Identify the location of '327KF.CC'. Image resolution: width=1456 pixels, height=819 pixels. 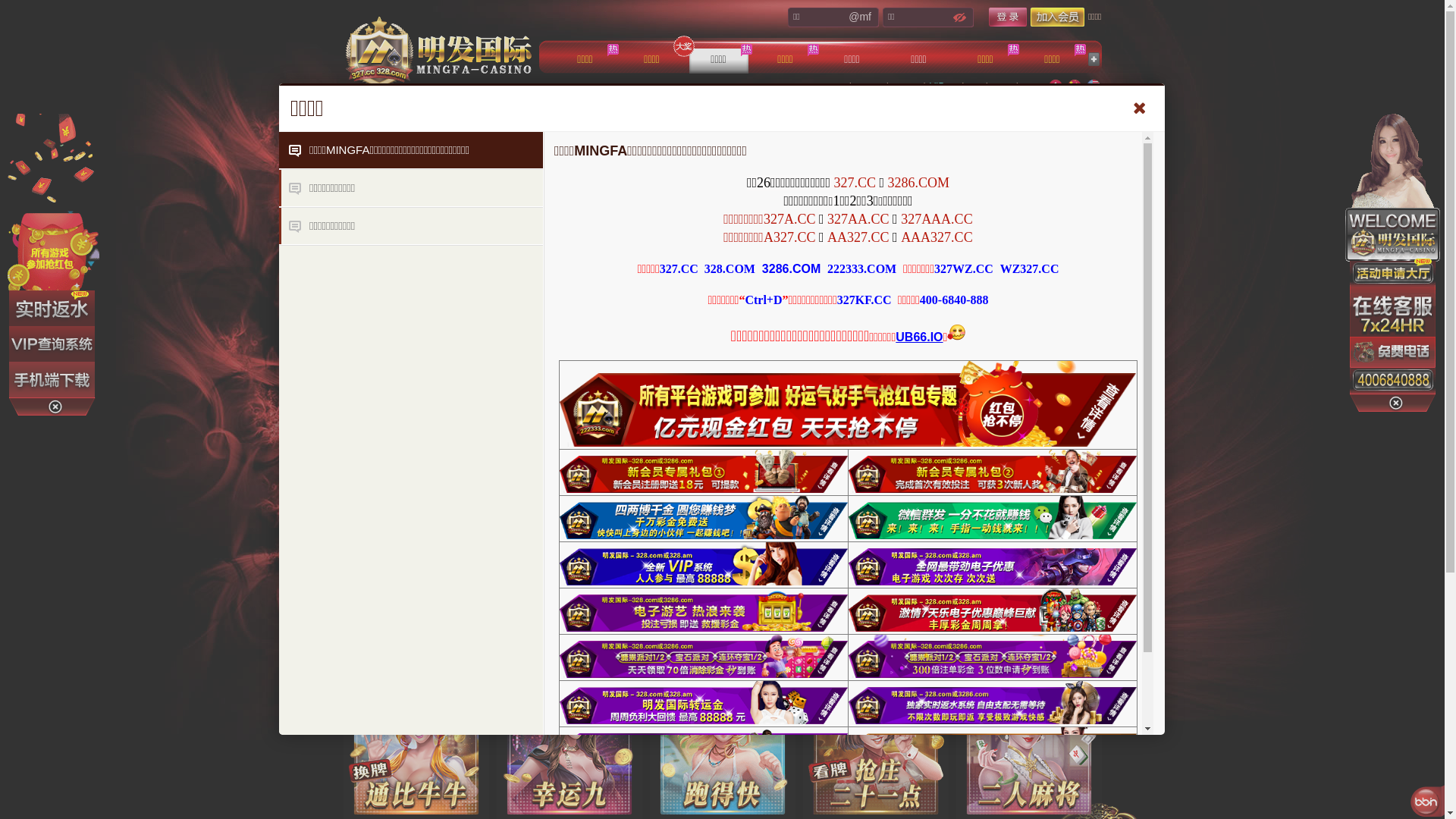
(864, 300).